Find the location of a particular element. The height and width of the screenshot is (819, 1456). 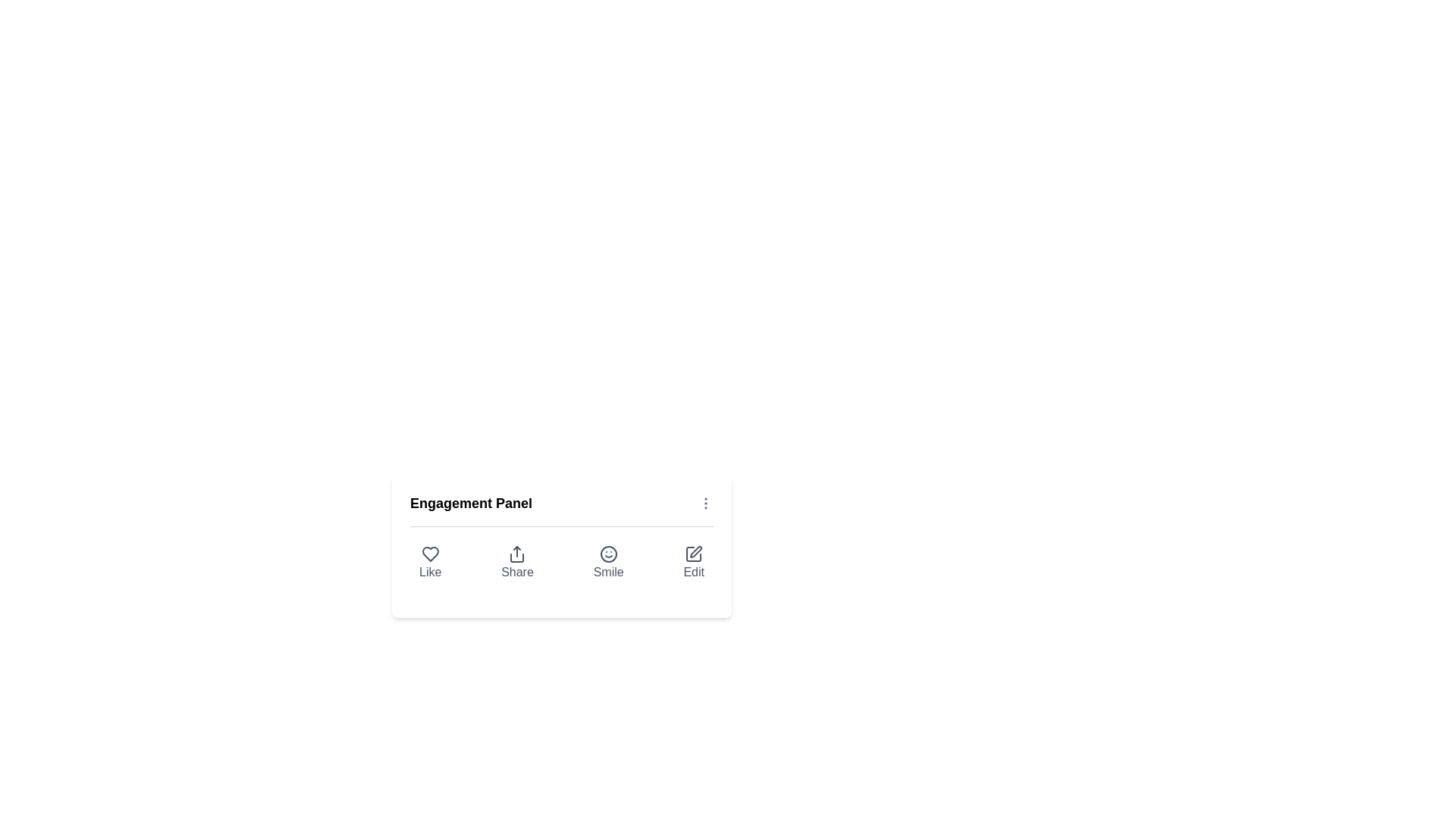

the circular smiley face icon located in the Engagement Panel above the 'Smile' label is located at coordinates (608, 554).